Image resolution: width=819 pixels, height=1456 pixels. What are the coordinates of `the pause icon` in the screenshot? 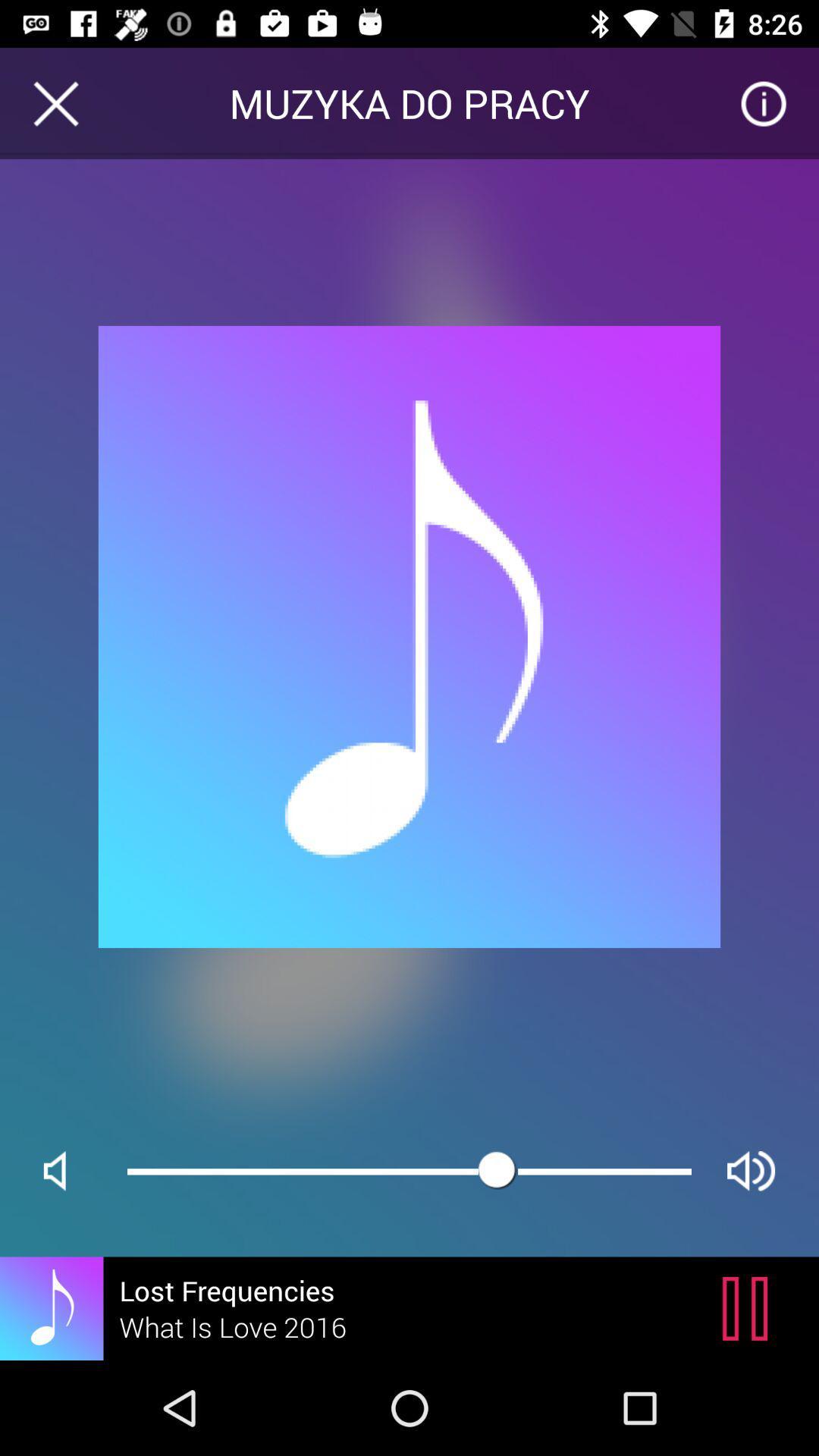 It's located at (748, 1307).